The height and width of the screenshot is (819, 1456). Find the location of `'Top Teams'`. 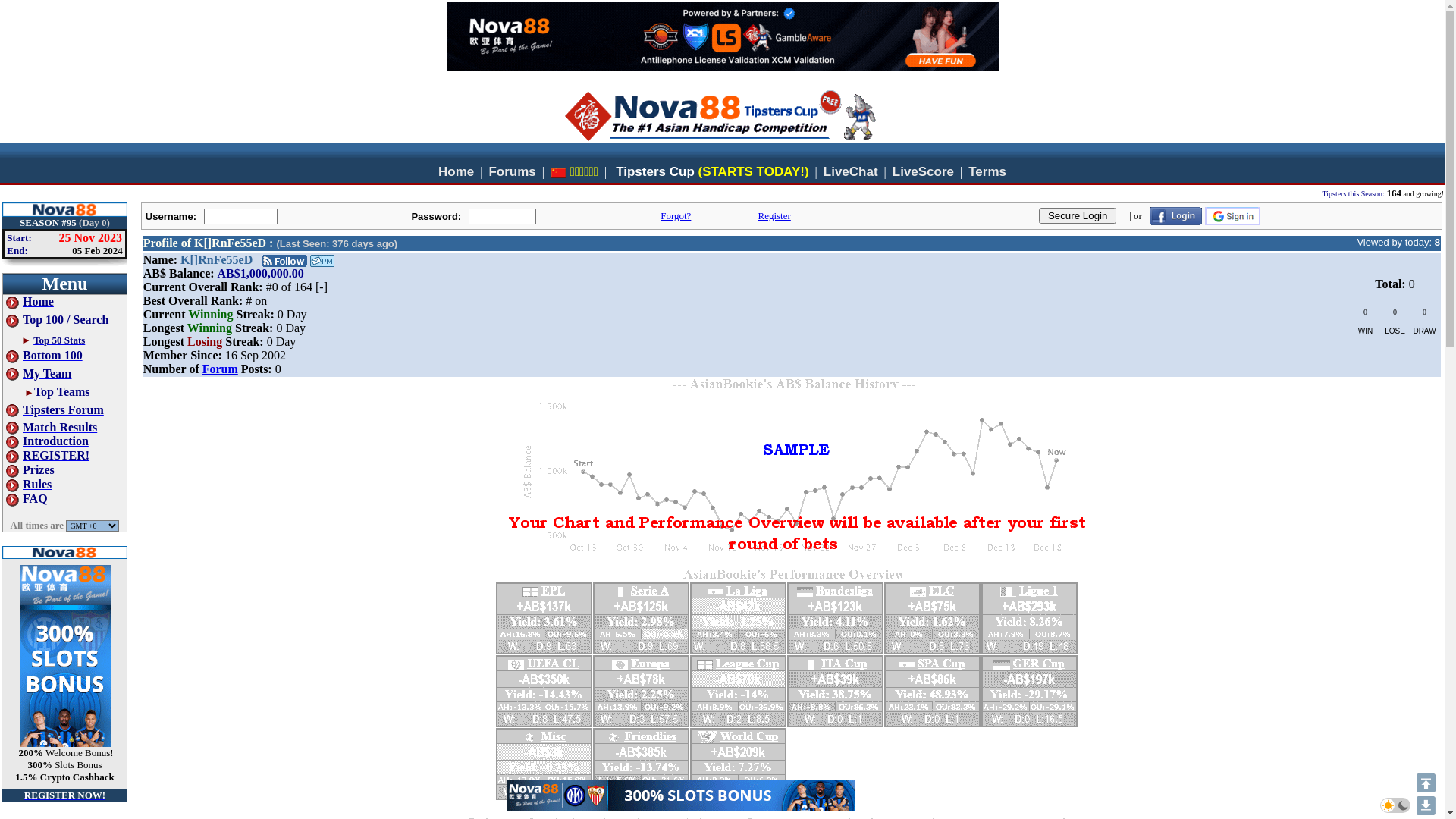

'Top Teams' is located at coordinates (33, 391).